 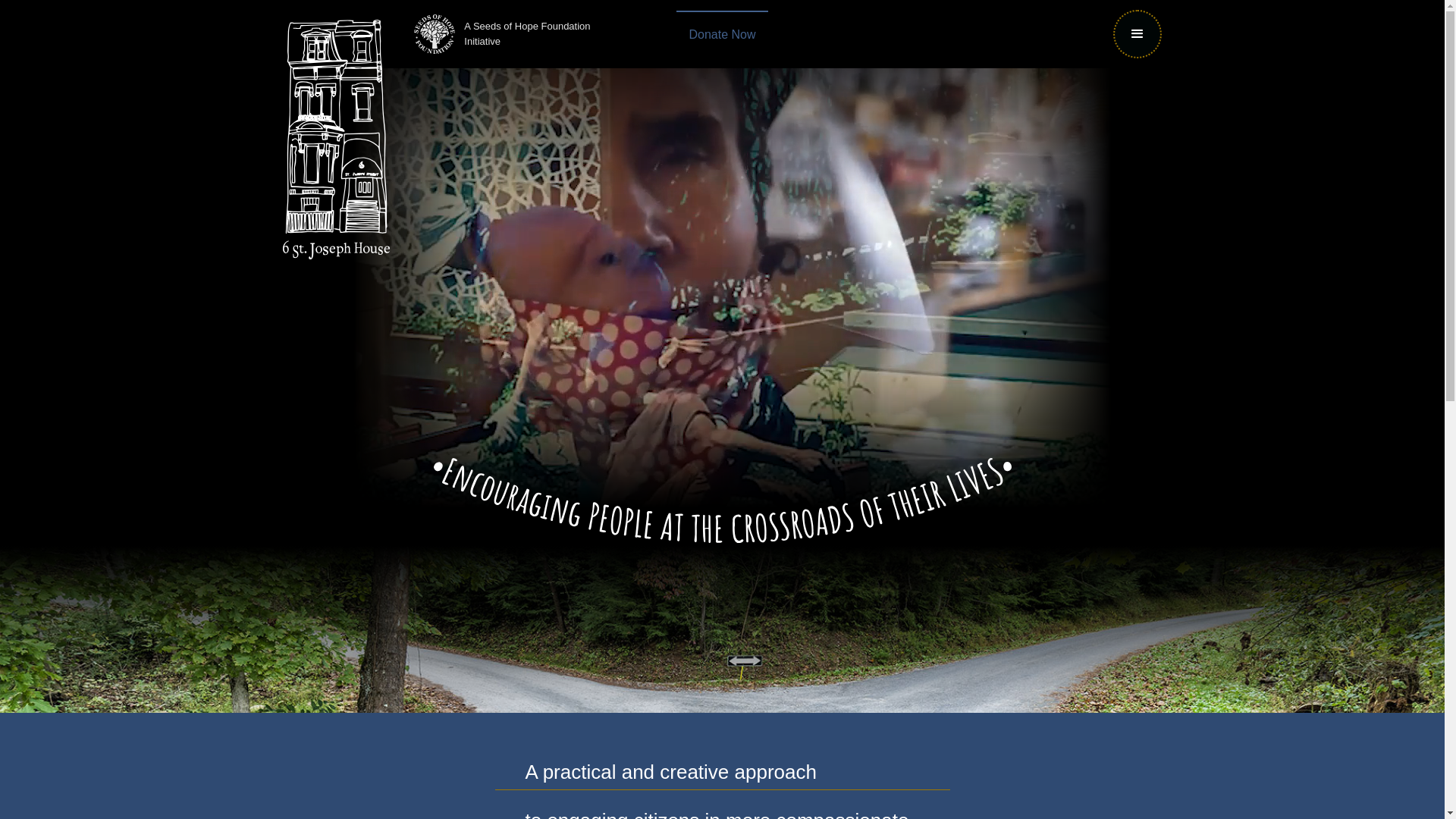 I want to click on 'Donate Now', so click(x=720, y=34).